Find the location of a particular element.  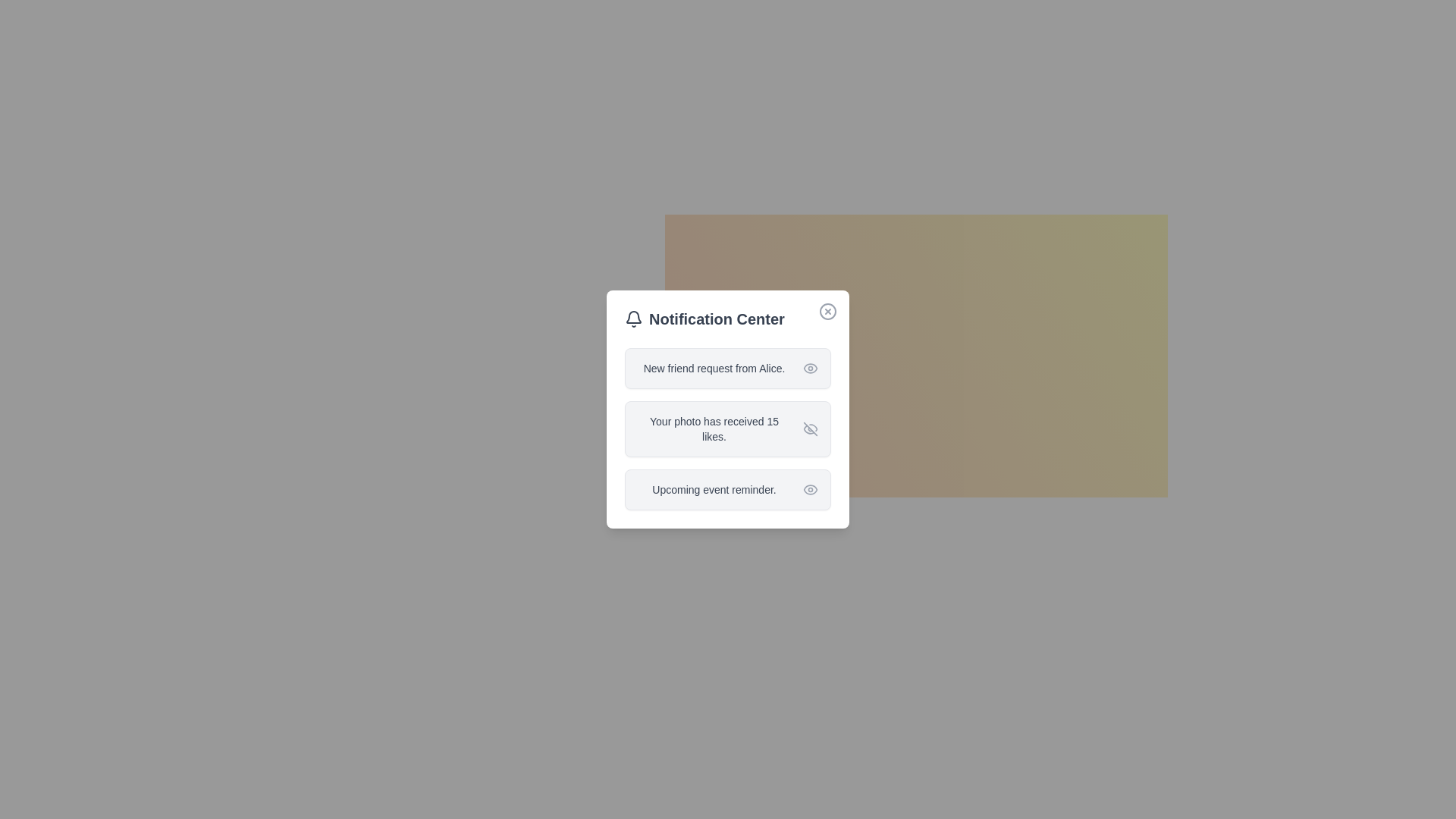

the close button located at the top-right corner of the notification card is located at coordinates (827, 311).